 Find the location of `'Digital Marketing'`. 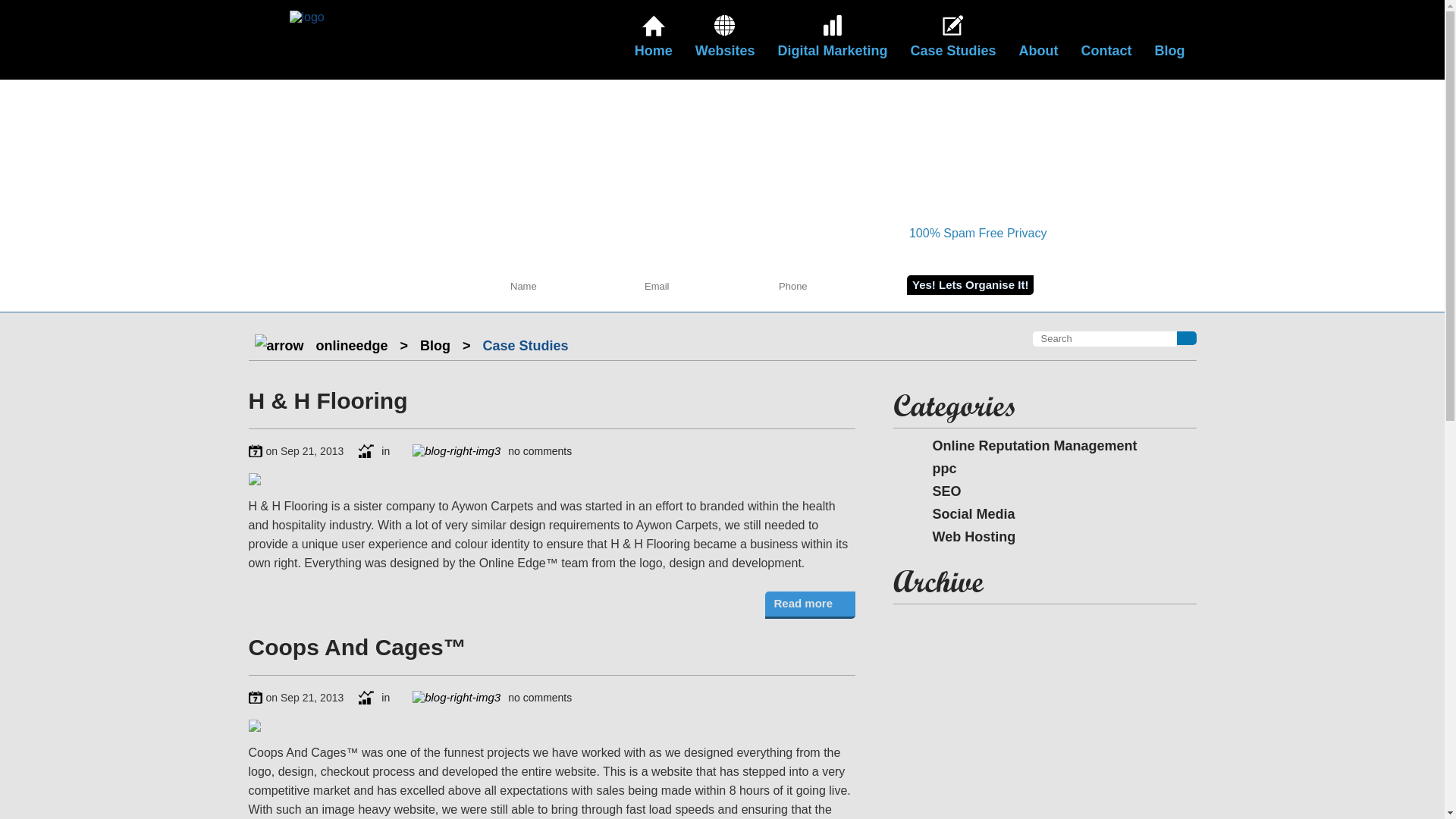

'Digital Marketing' is located at coordinates (831, 39).